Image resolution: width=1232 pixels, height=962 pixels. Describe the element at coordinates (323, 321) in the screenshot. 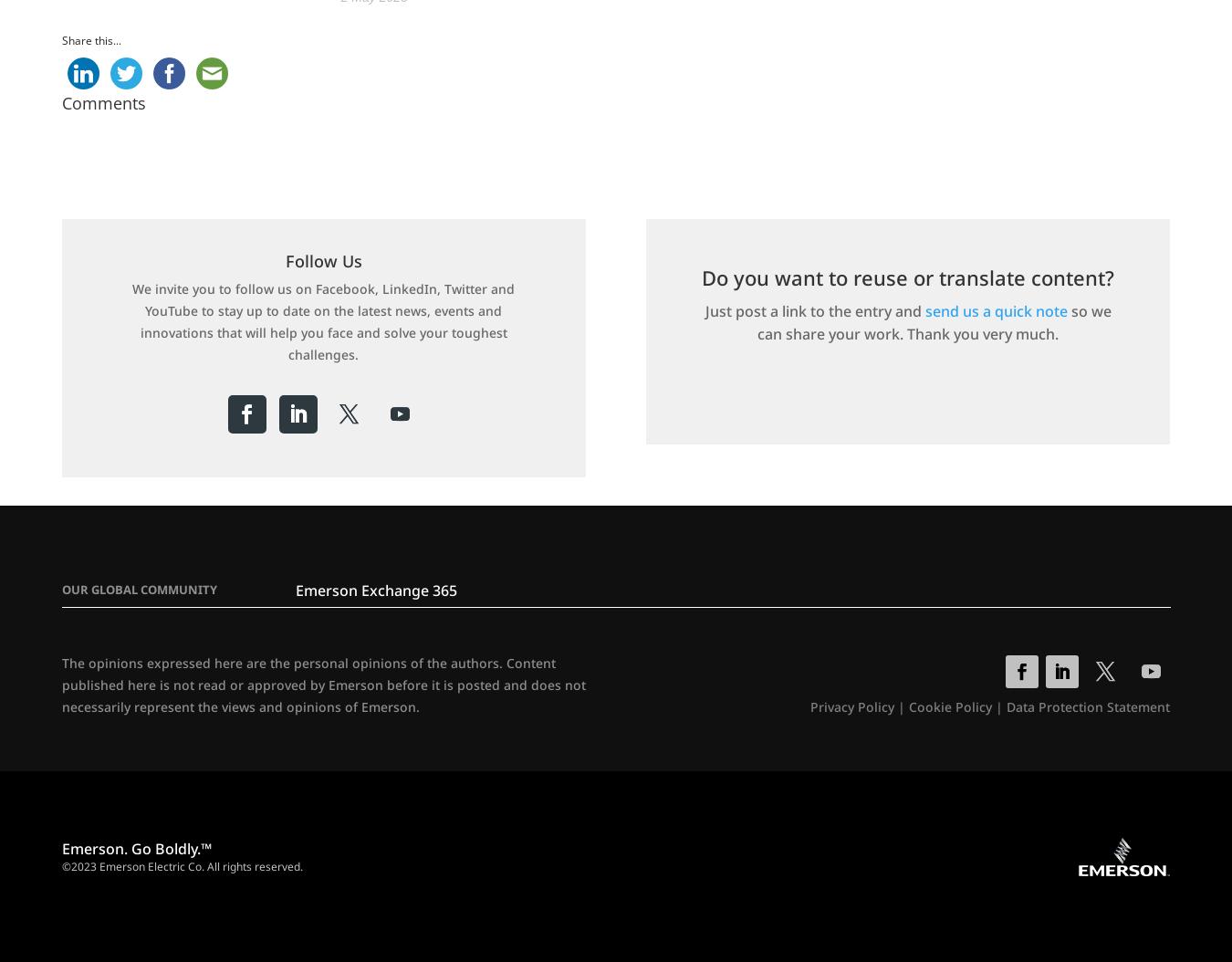

I see `'We invite you to follow us on Facebook, LinkedIn, Twitter and YouTube to stay up to date on the latest news, events and innovations that will help you face and solve your toughest challenges.'` at that location.